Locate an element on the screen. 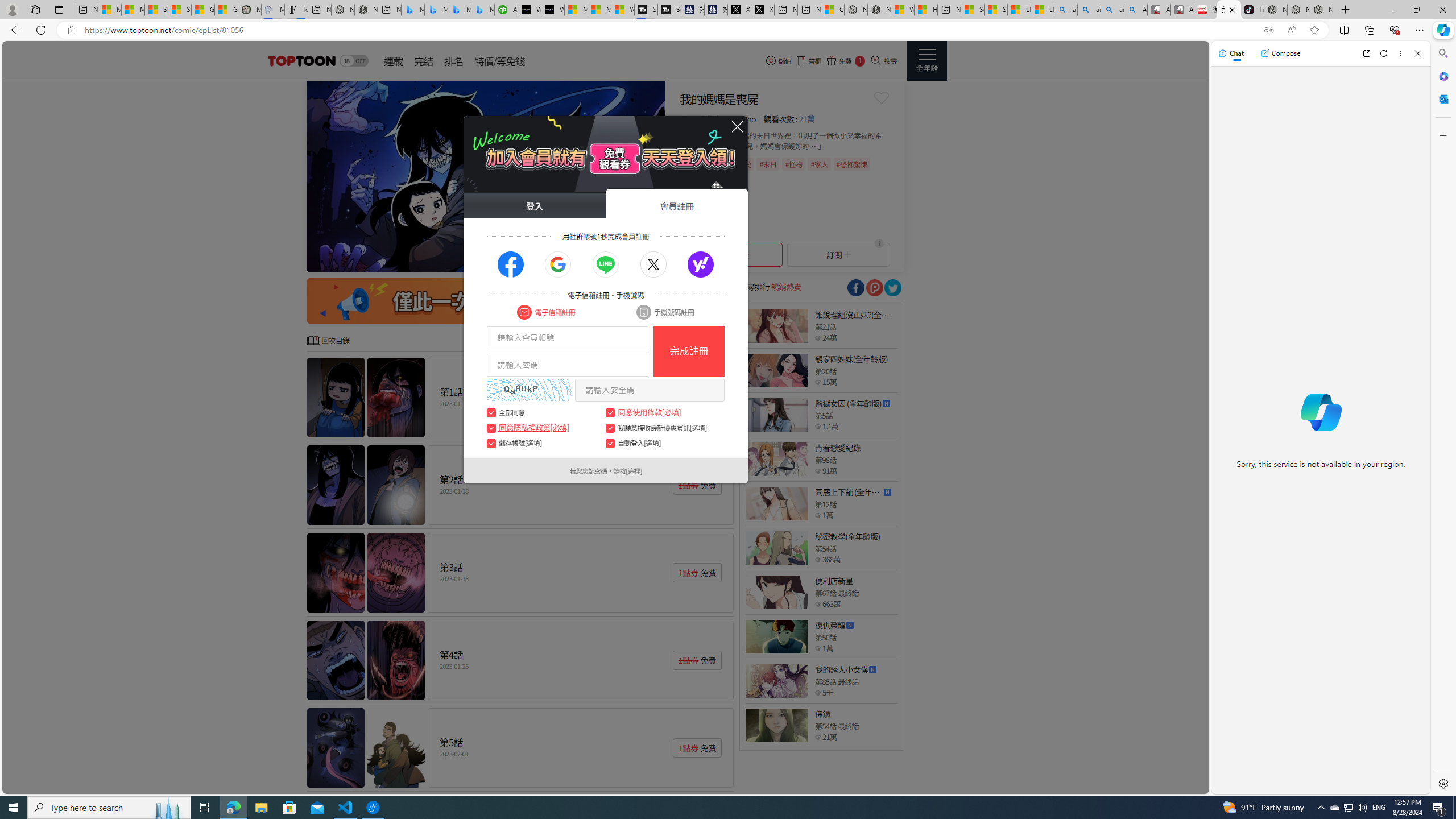  'Microsoft Bing Travel - Stays in Bangkok, Bangkok, Thailand' is located at coordinates (436, 9).